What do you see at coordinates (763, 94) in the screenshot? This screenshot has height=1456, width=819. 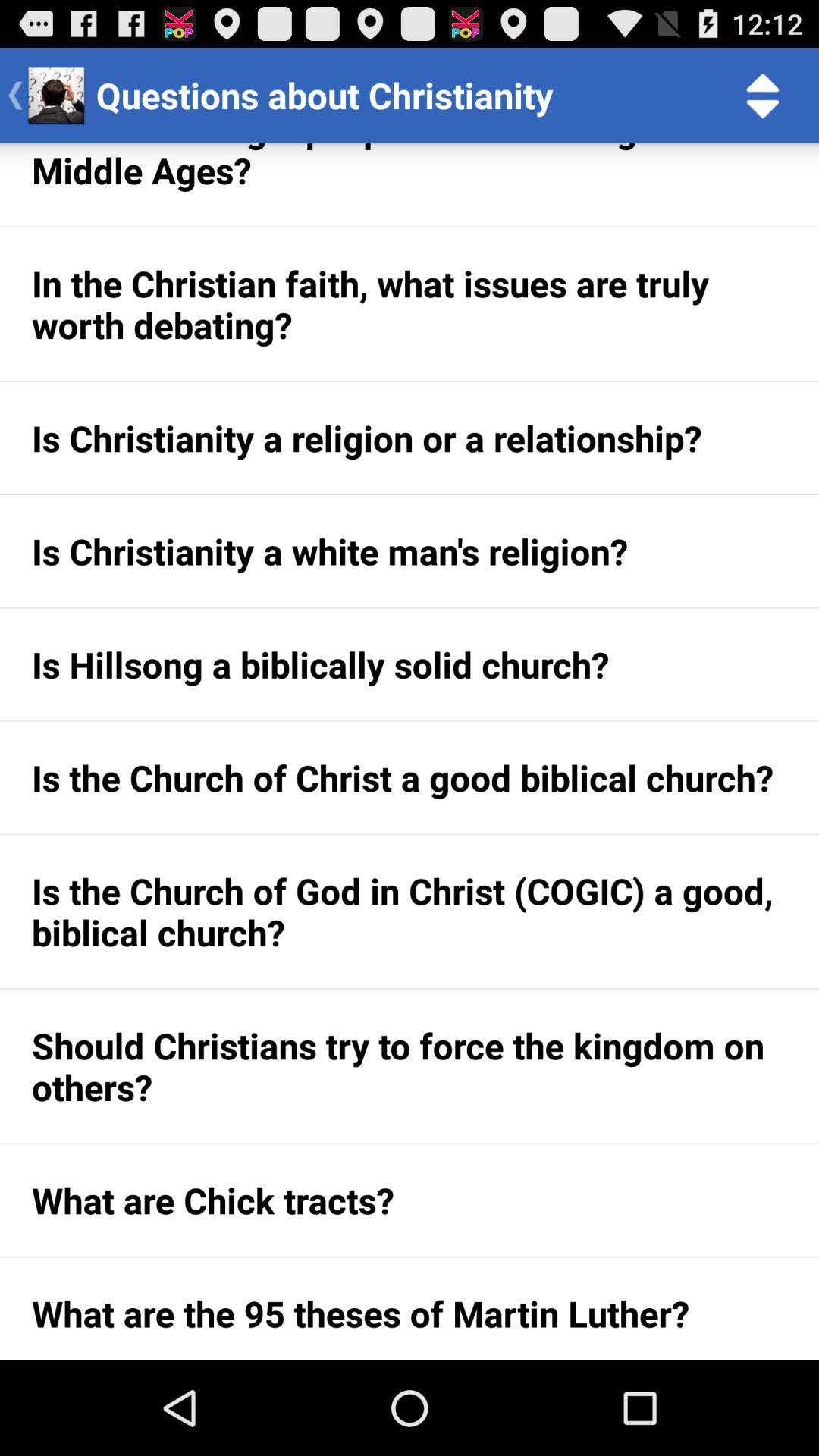 I see `the icon above the how was the` at bounding box center [763, 94].